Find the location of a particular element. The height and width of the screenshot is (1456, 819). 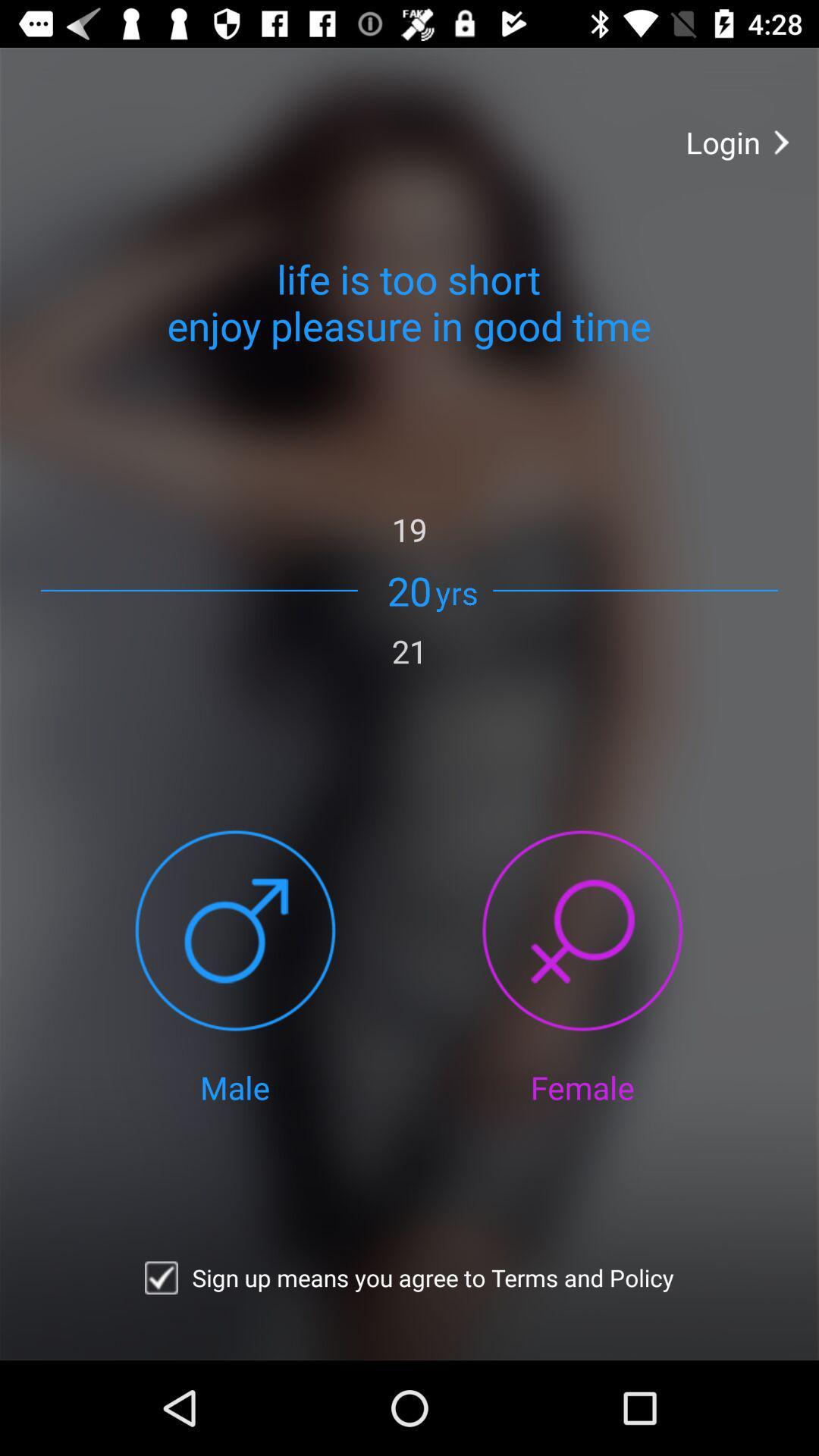

confirm is located at coordinates (161, 1277).